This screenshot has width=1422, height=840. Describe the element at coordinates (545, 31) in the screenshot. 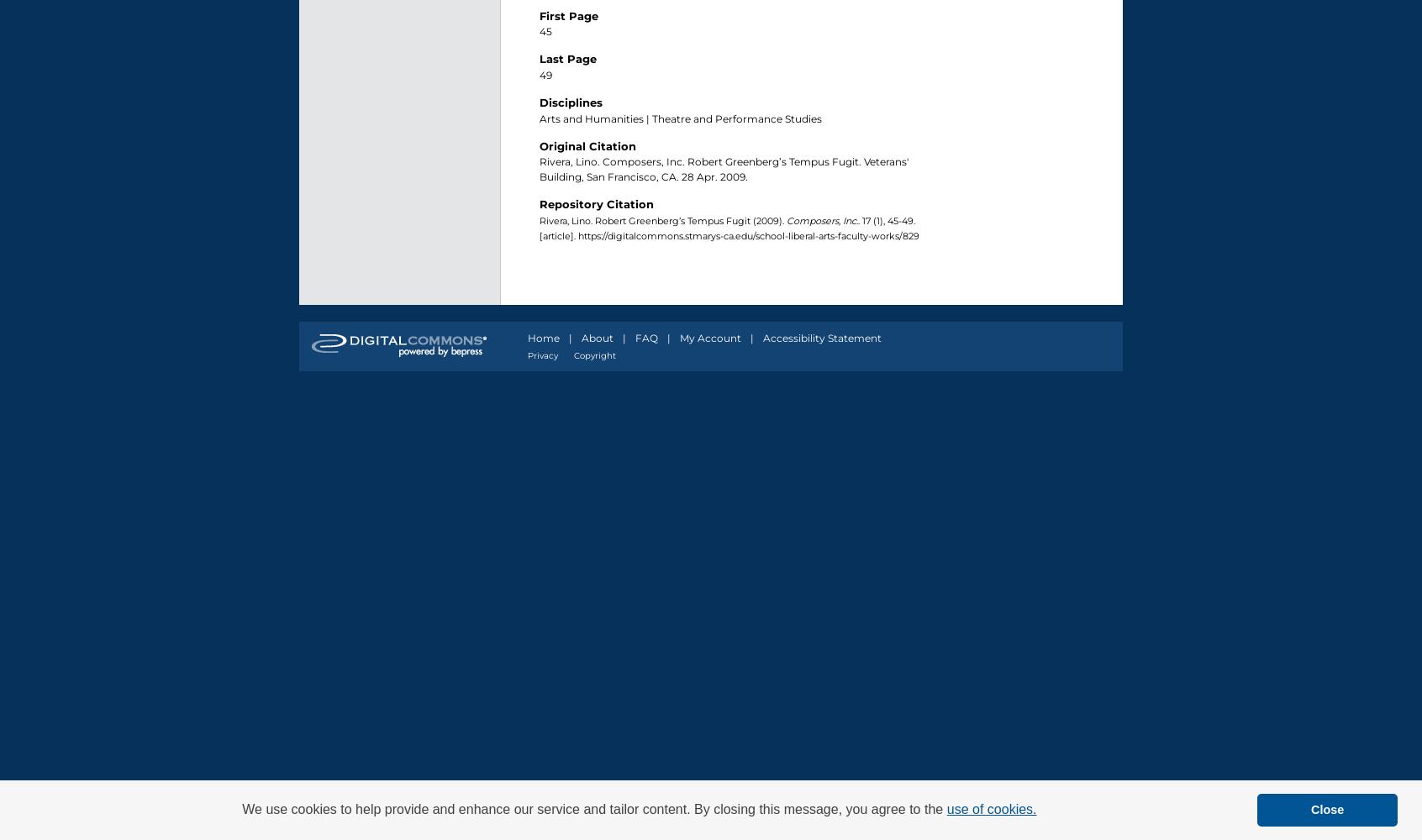

I see `'45'` at that location.